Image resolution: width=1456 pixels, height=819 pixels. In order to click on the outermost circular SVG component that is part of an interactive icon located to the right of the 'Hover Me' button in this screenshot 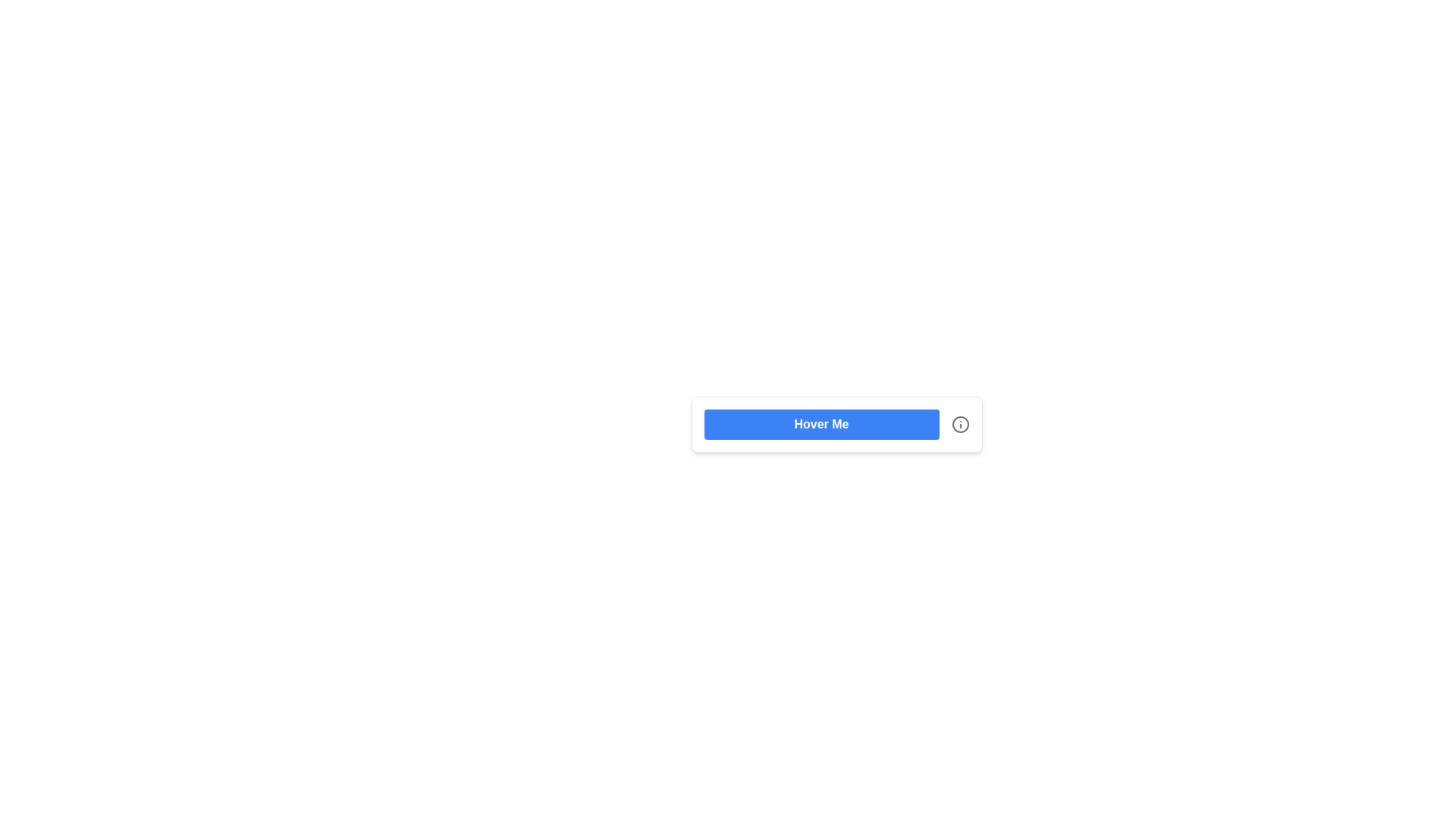, I will do `click(959, 424)`.